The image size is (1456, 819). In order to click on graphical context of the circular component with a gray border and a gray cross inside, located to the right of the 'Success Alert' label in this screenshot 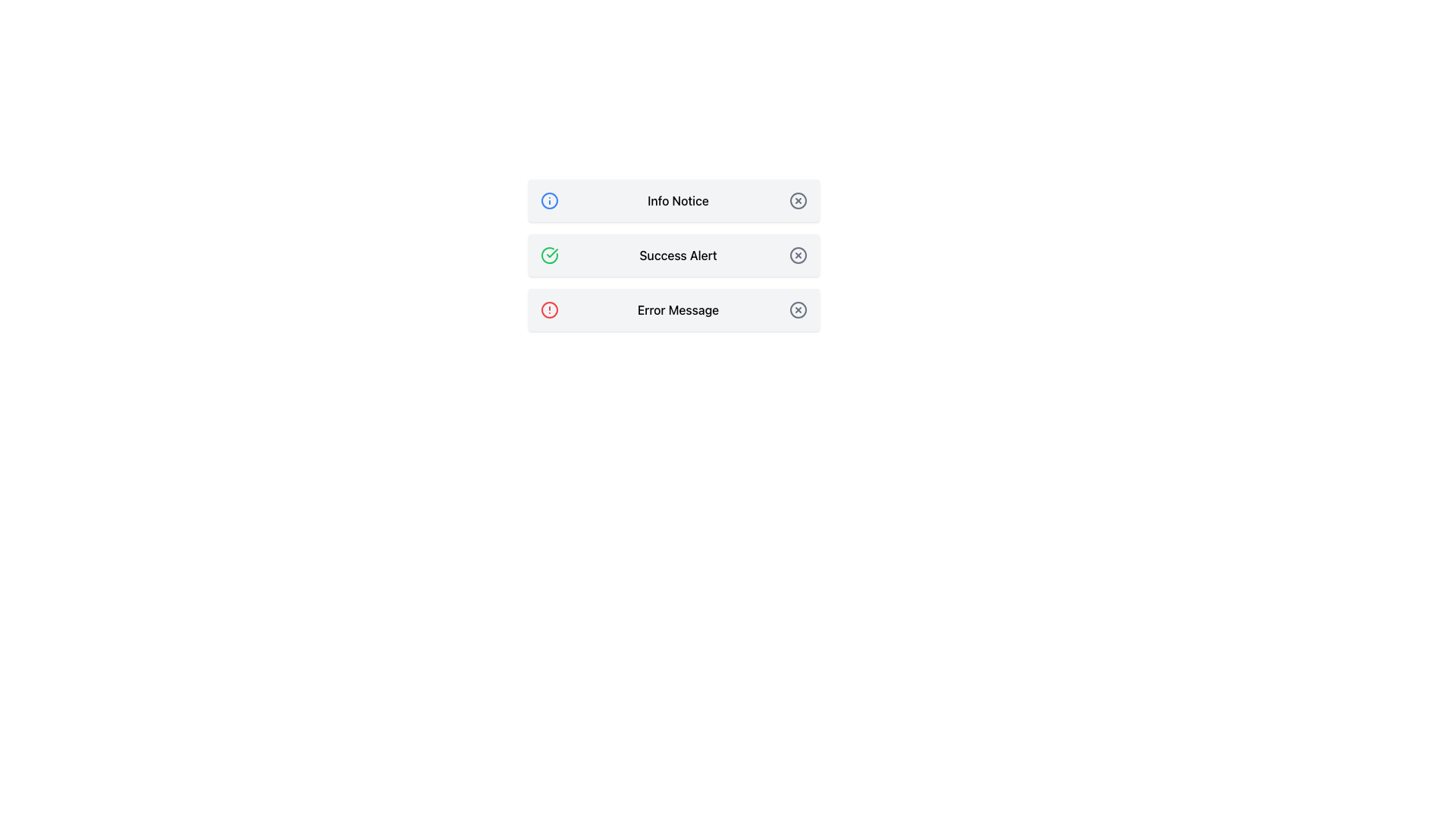, I will do `click(797, 254)`.